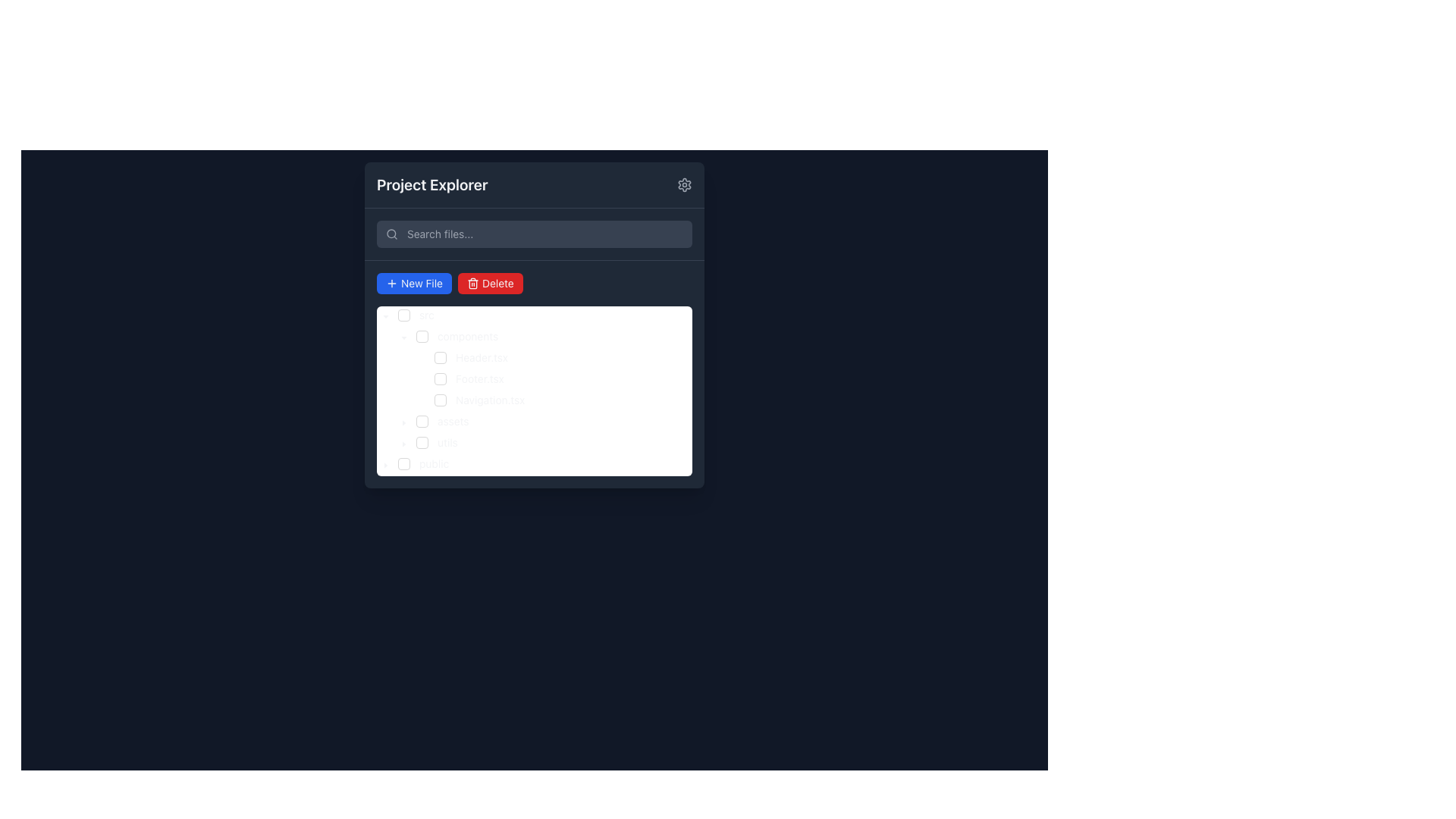 The width and height of the screenshot is (1456, 819). Describe the element at coordinates (415, 463) in the screenshot. I see `or deselect the checkbox for the seventh Tree view item located below the 'utils' item` at that location.